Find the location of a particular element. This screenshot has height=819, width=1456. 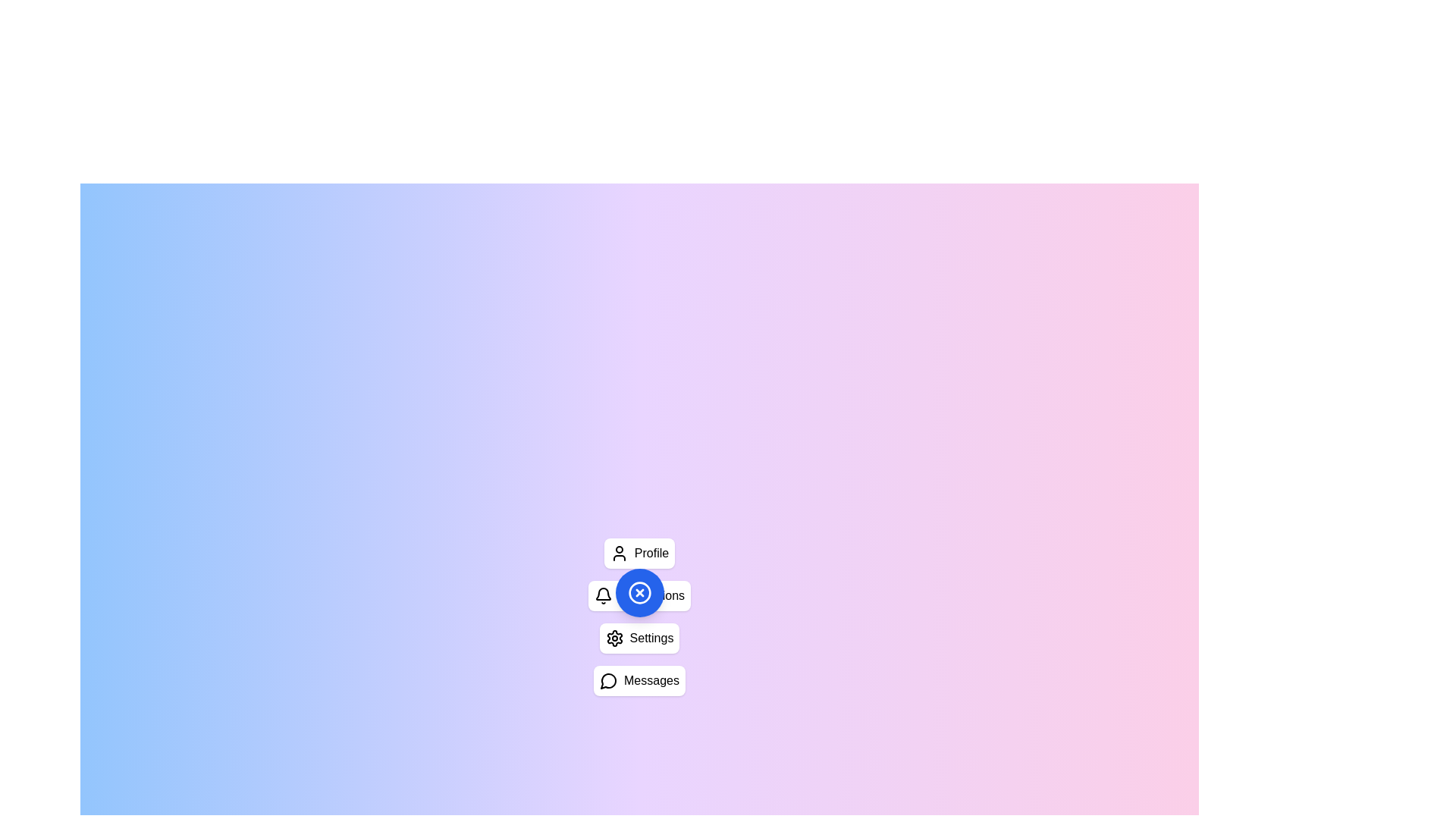

the 'Settings' button to select the 'Settings' action is located at coordinates (639, 638).